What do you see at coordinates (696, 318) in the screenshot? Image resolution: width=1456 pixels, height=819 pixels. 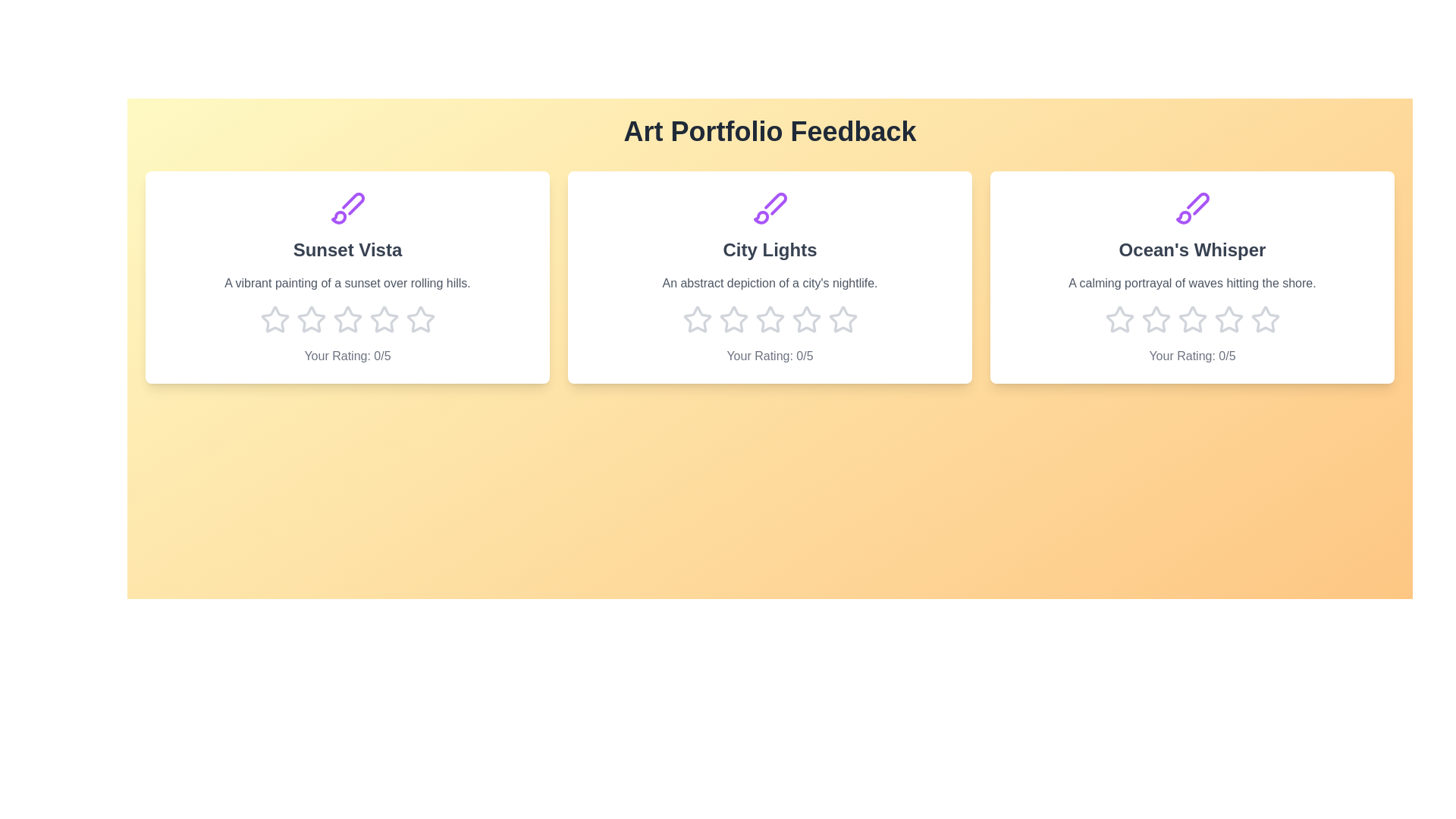 I see `the star corresponding to 1 stars for the artwork titled 'City Lights'` at bounding box center [696, 318].